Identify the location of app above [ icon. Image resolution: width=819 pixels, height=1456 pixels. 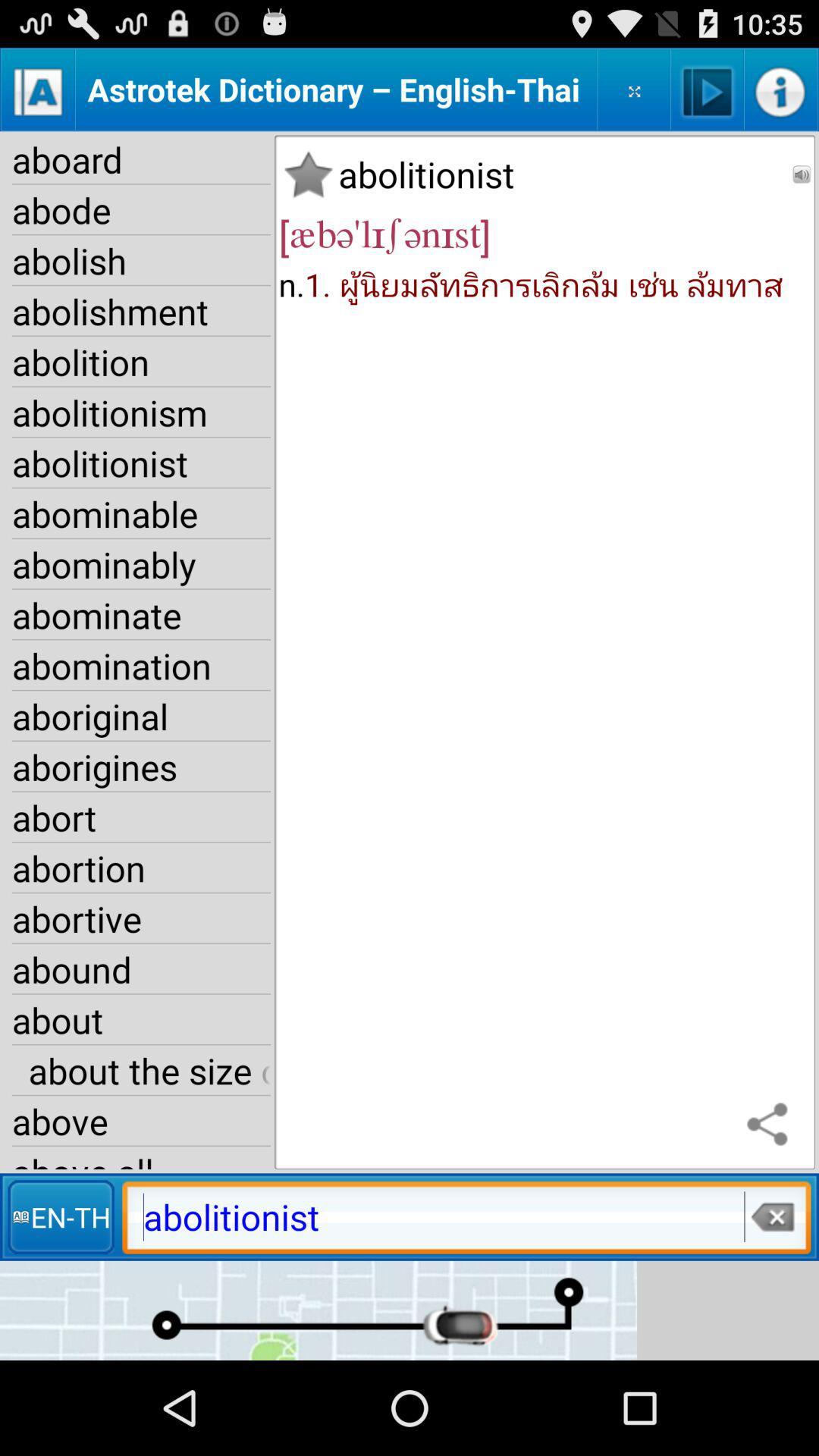
(307, 174).